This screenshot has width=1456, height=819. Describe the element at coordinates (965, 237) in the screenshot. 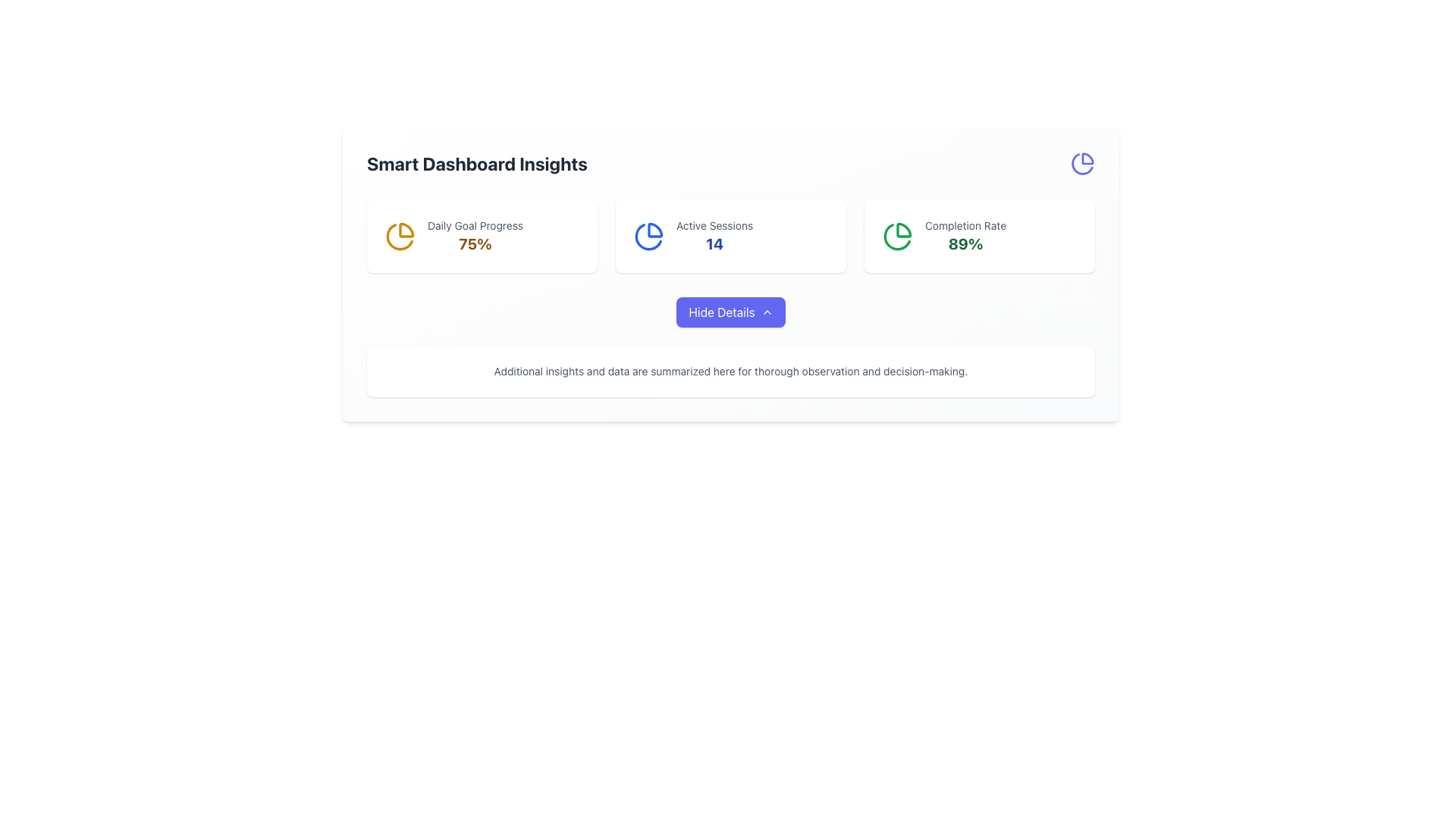

I see `the 'Completion Rate' text display in the third information card on the dashboard, which includes a pie chart icon to its left` at that location.